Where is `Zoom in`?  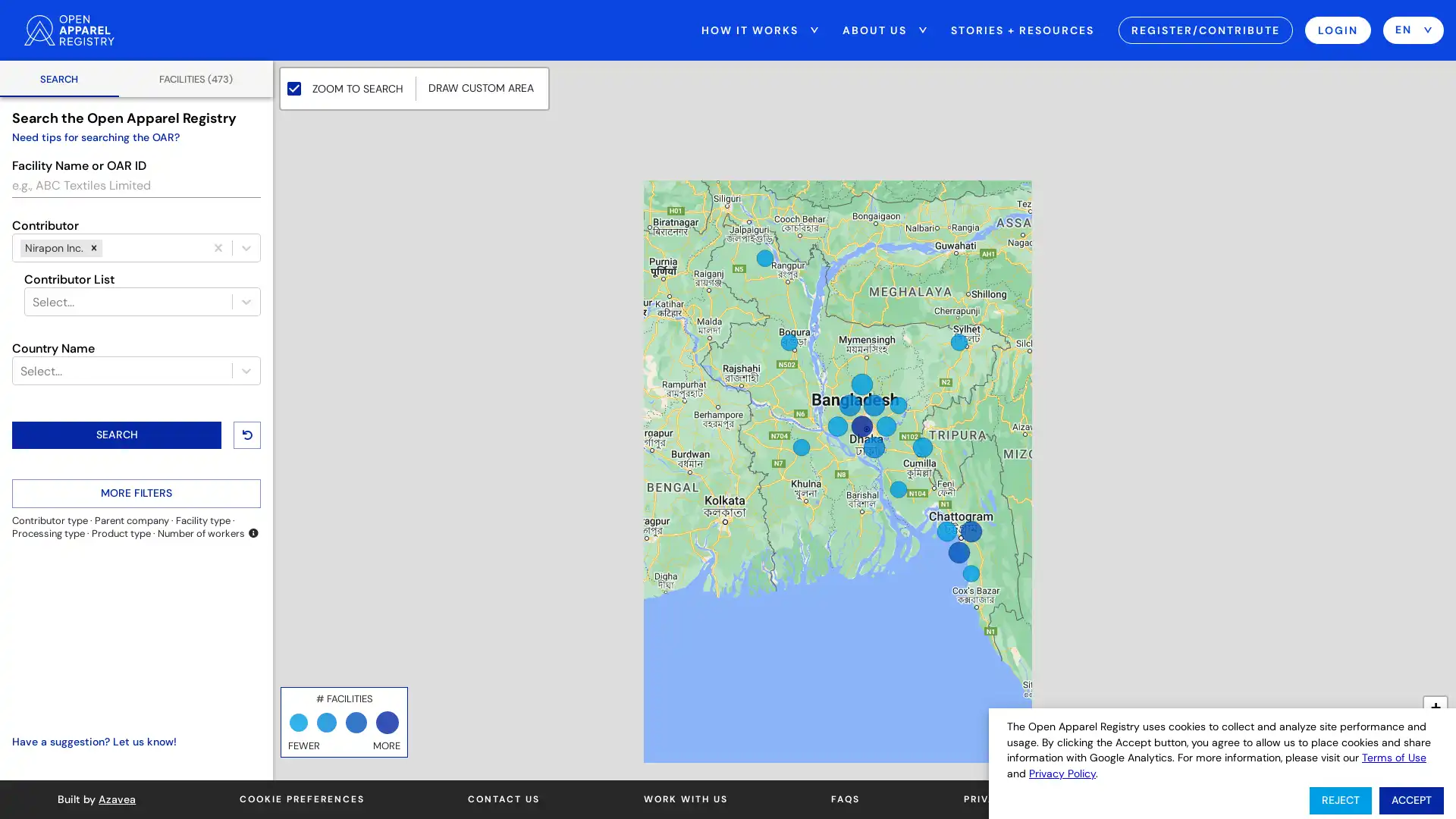
Zoom in is located at coordinates (1434, 708).